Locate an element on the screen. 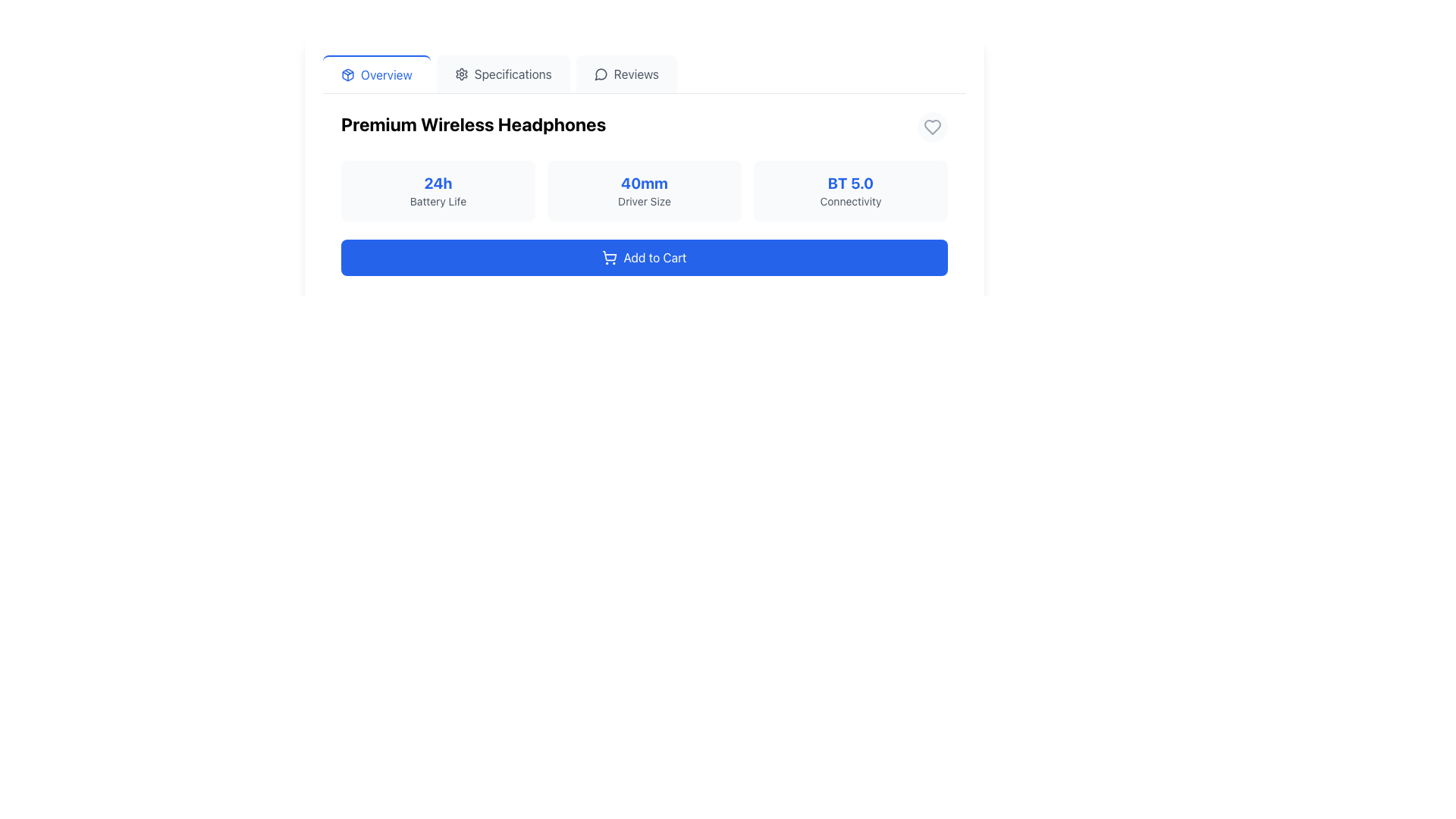  the text label displaying 'Premium Wireless Headphones' which is bold and black, located near the top left of the interface, for potential interactions is located at coordinates (472, 124).